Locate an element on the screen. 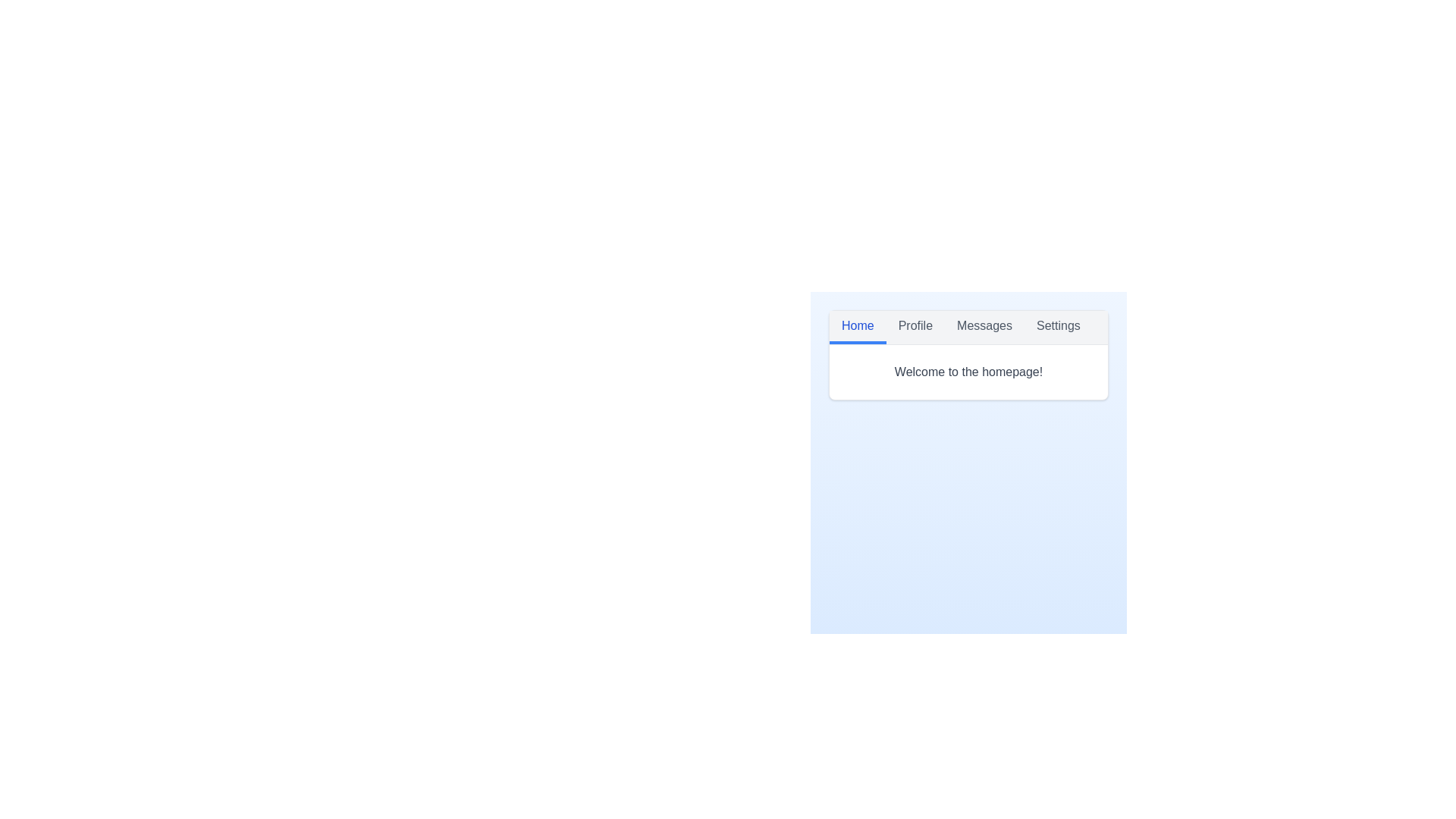  the 'Home' navigation tab, which is styled with a blue font and highlighted blue underline is located at coordinates (858, 327).